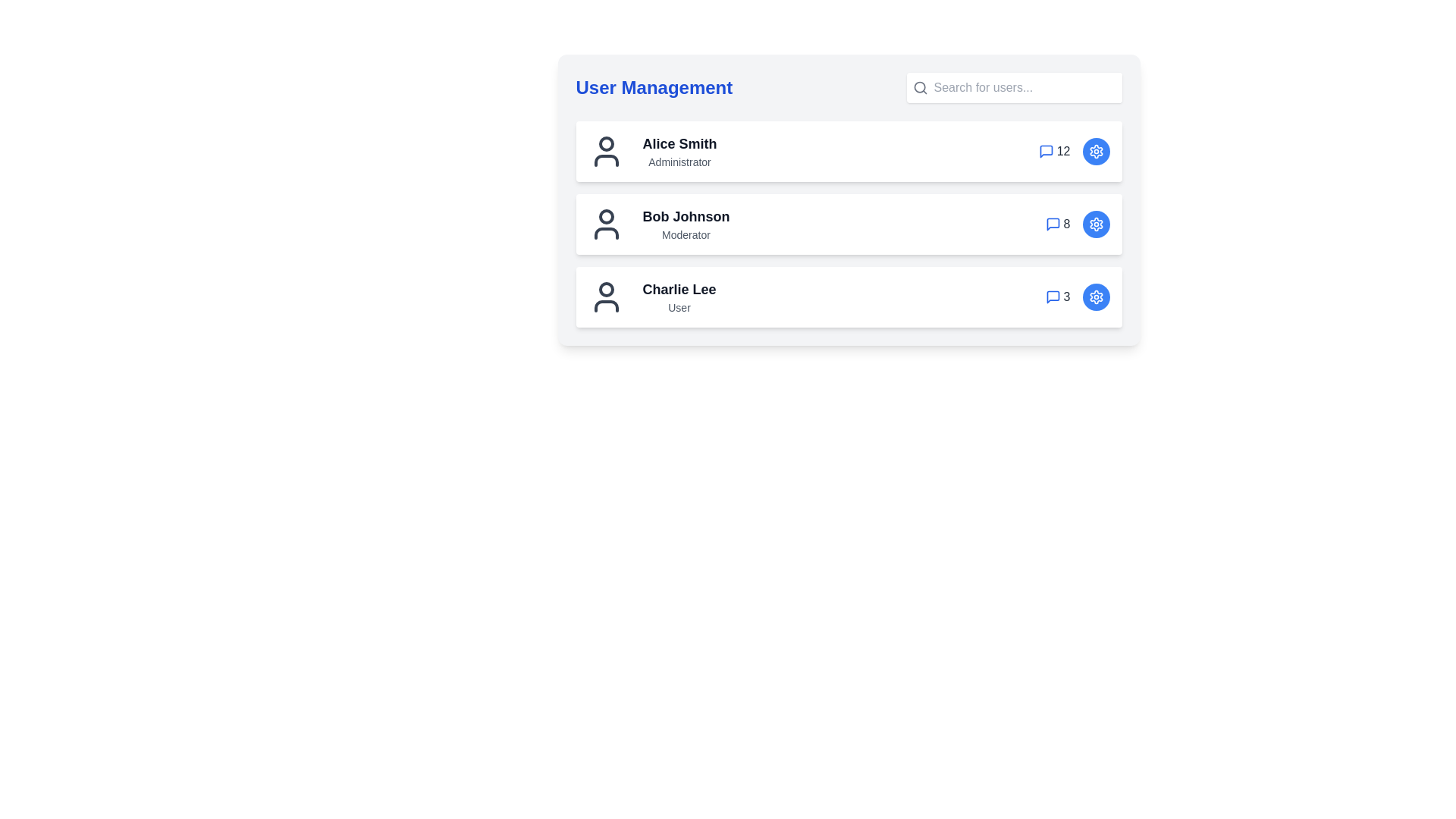  What do you see at coordinates (605, 224) in the screenshot?
I see `the user icon for Bob Johnson to view their details` at bounding box center [605, 224].